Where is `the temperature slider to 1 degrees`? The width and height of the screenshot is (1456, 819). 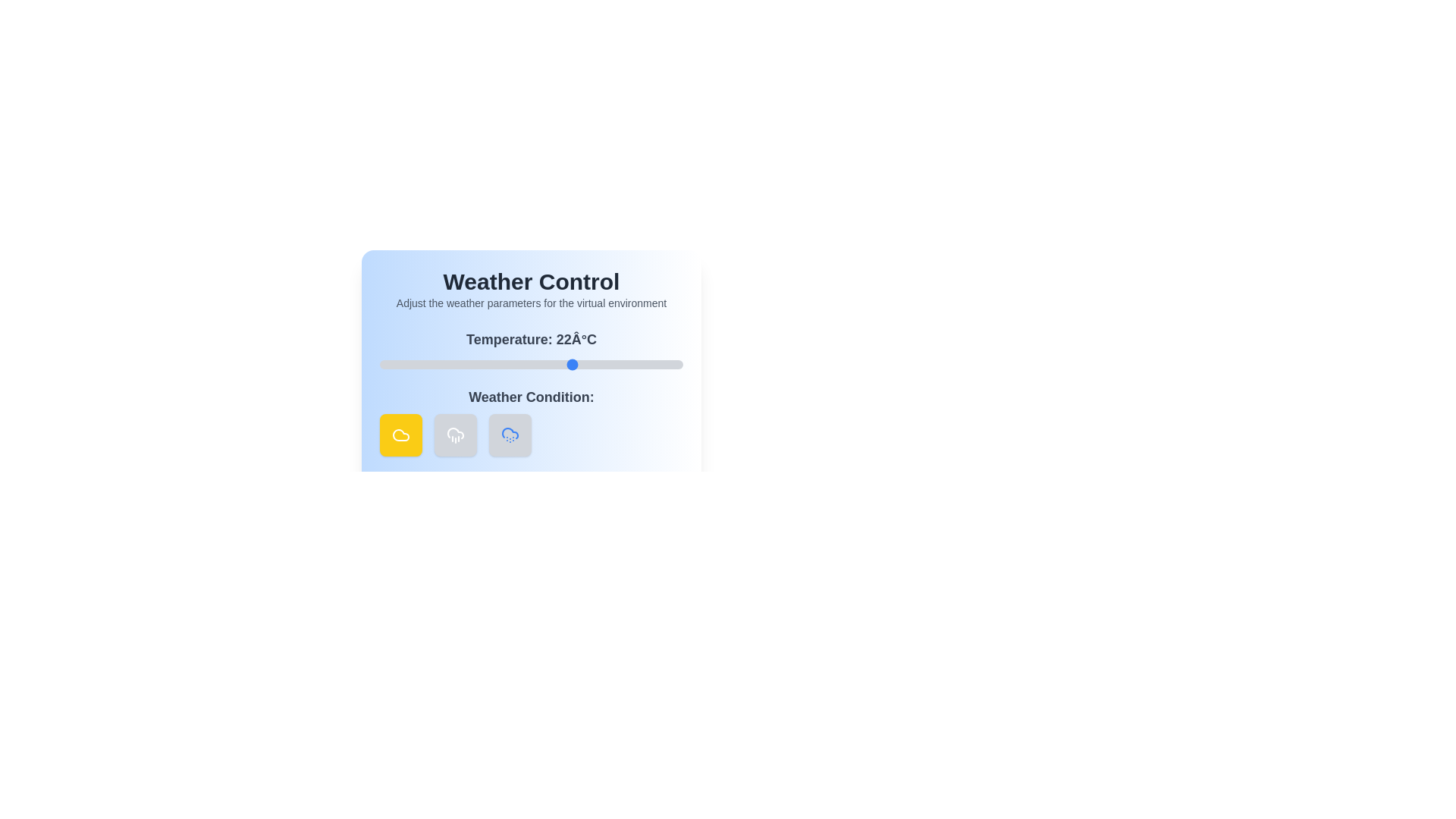
the temperature slider to 1 degrees is located at coordinates (446, 365).